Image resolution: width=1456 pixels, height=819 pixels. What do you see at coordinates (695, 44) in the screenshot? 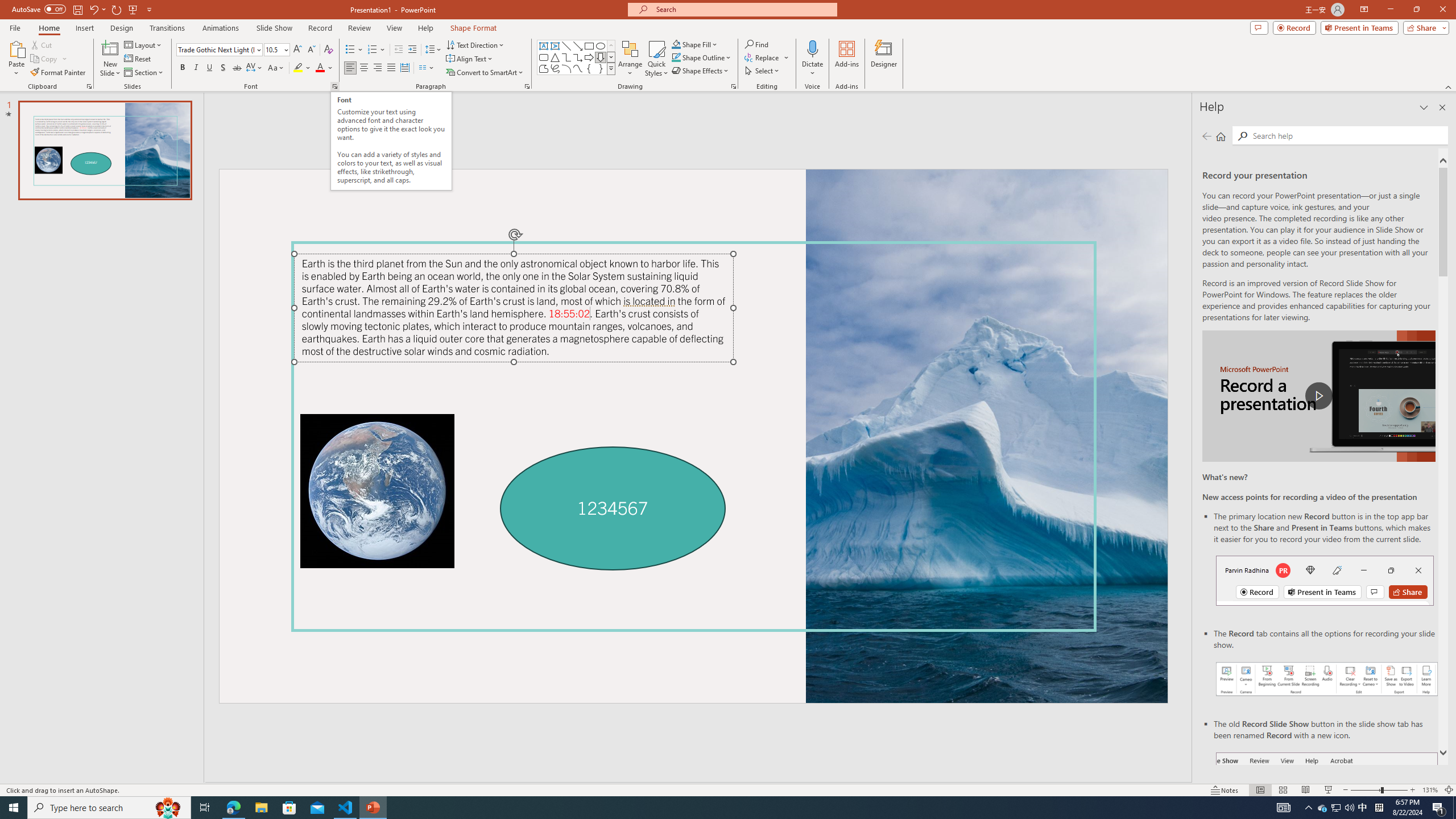
I see `'Shape Fill'` at bounding box center [695, 44].